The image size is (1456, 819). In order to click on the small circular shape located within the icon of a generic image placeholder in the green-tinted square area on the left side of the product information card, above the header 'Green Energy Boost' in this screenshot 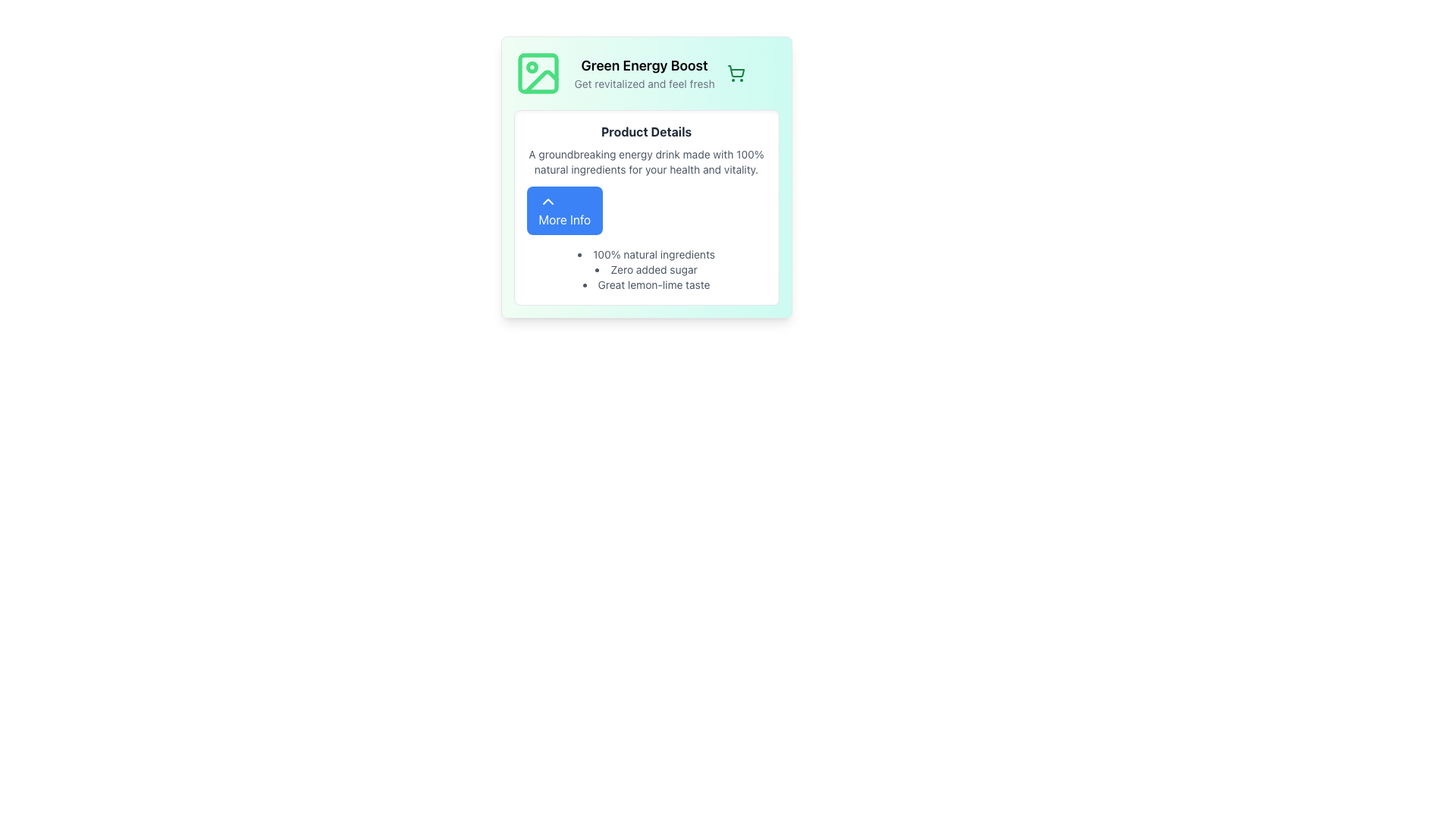, I will do `click(532, 66)`.